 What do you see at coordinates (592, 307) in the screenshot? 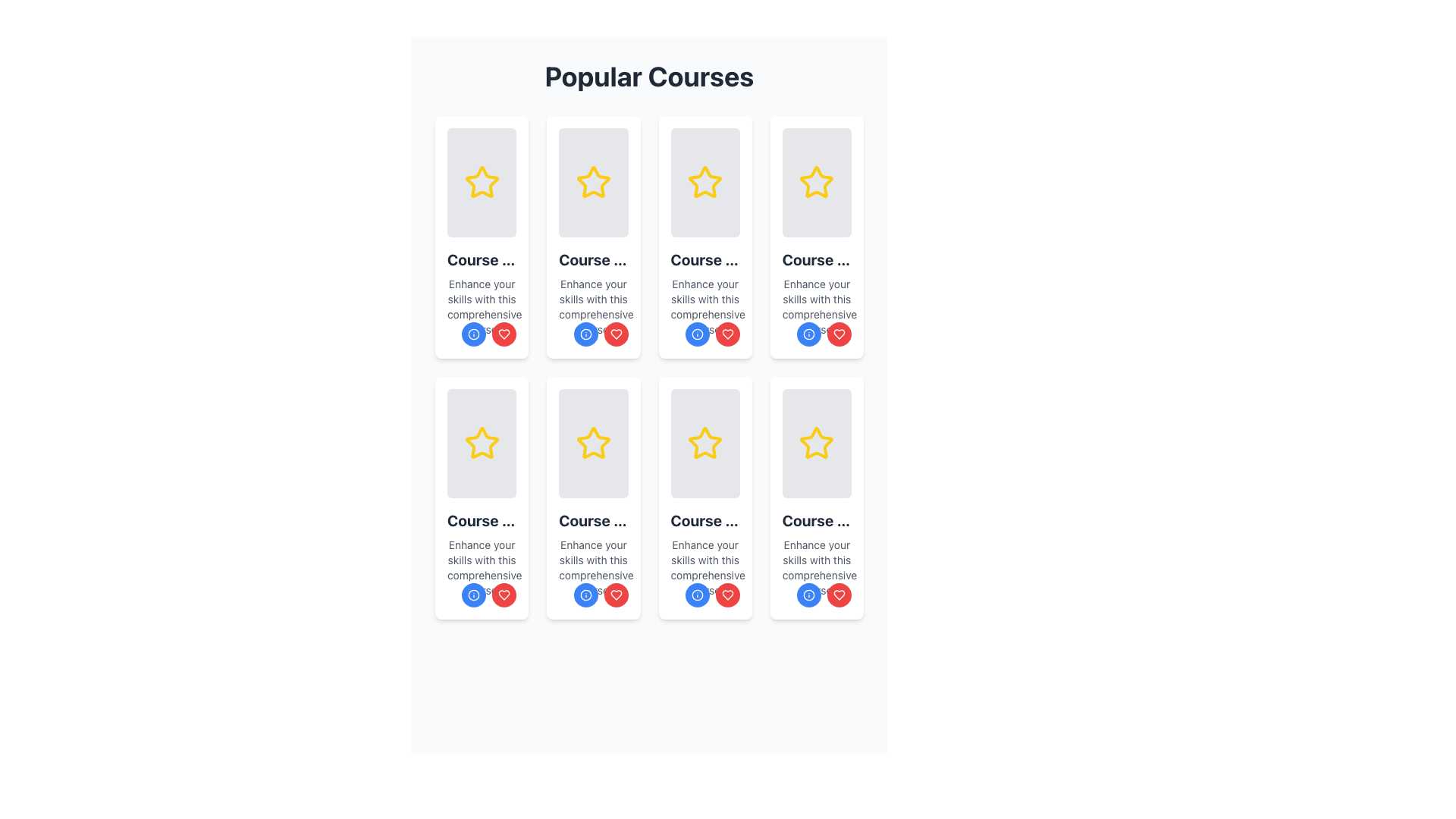
I see `the informational text element that describes the course, located in the second card from the left in the first row, beneath 'Course Title 2' and above the actionable buttons` at bounding box center [592, 307].